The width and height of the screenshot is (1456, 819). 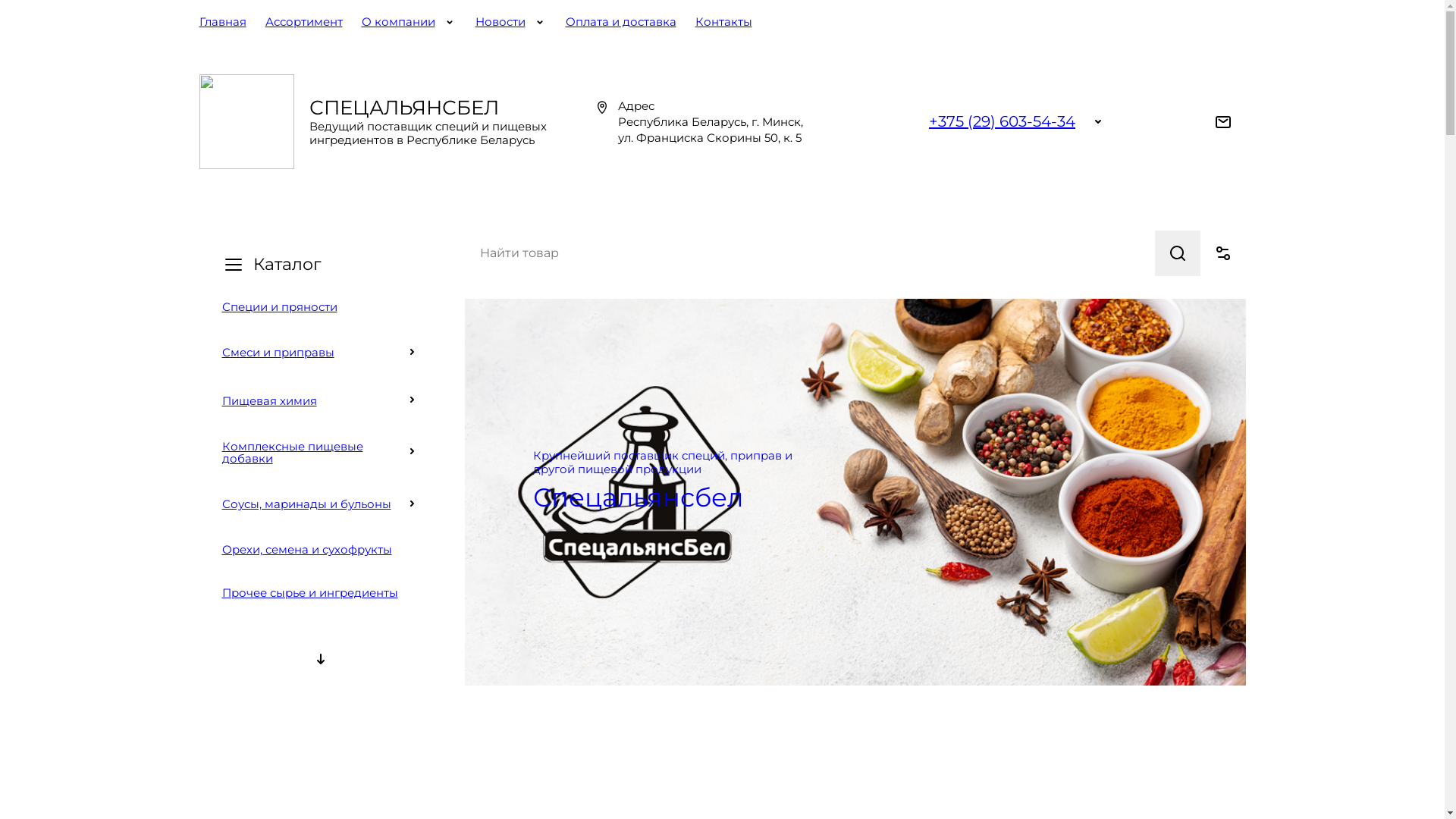 I want to click on '+375 (29) 603-54-34', so click(x=927, y=120).